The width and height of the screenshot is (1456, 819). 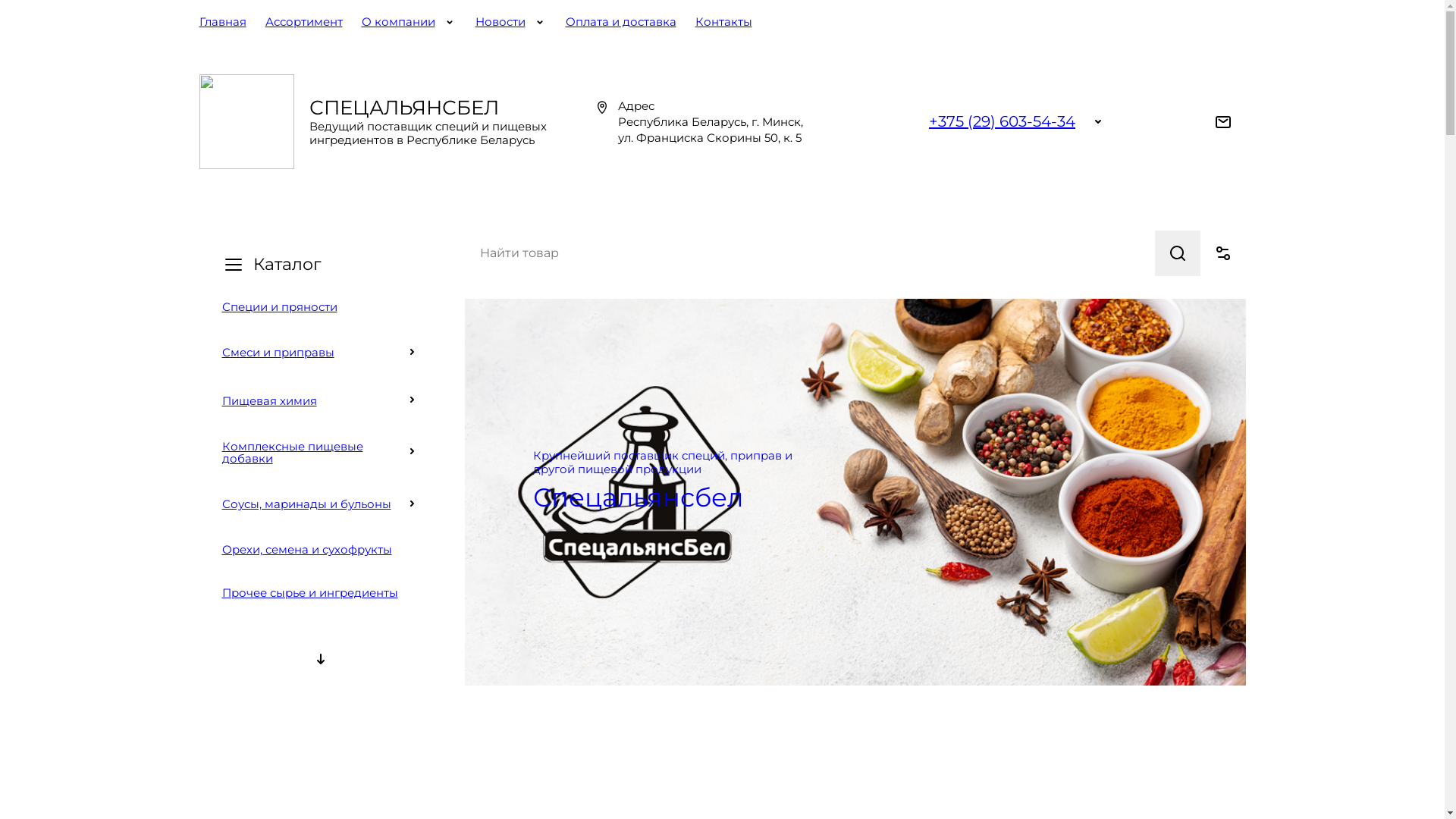 I want to click on '+375 (29) 603-54-34', so click(x=927, y=120).